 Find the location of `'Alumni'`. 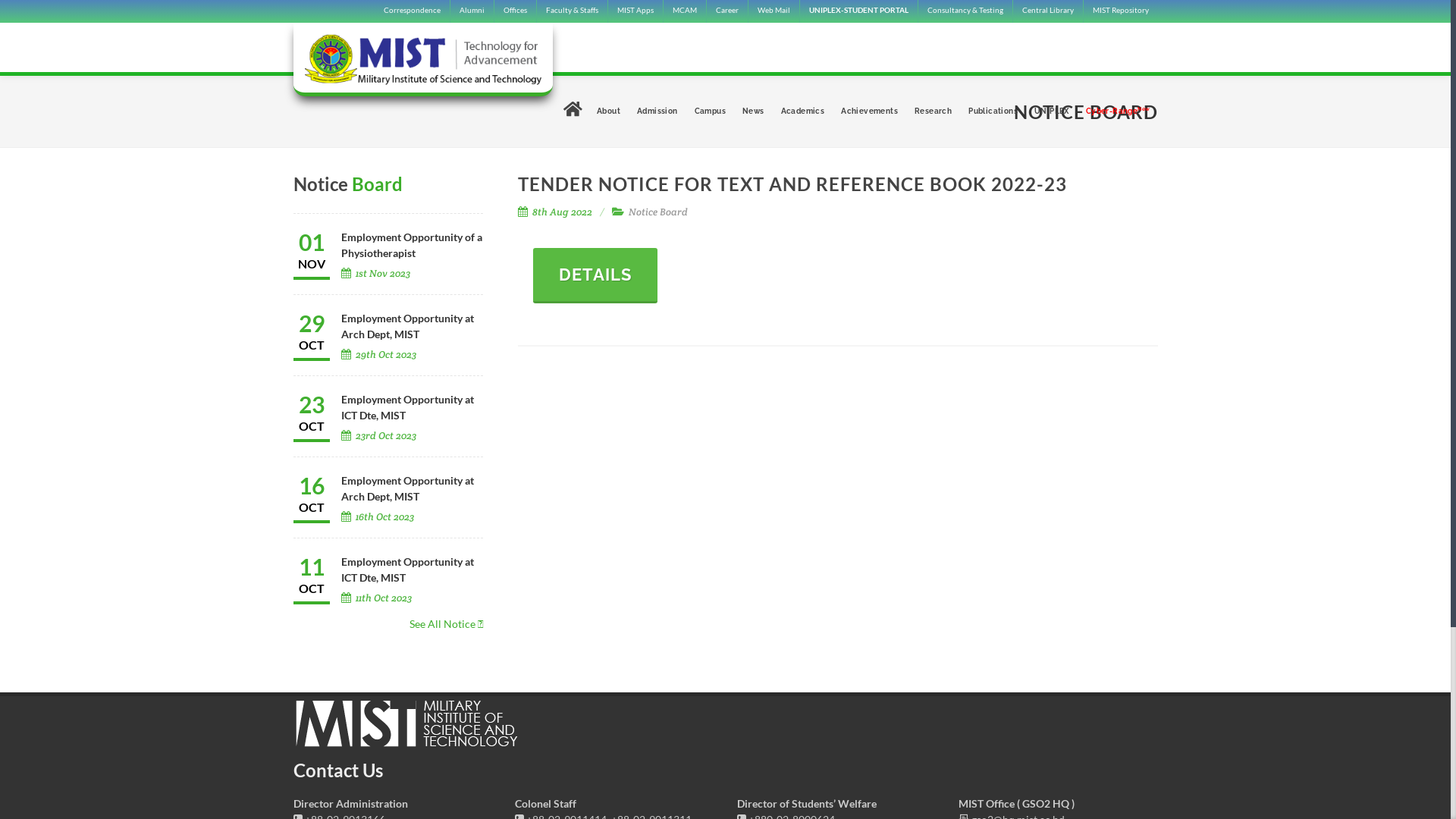

'Alumni' is located at coordinates (471, 11).